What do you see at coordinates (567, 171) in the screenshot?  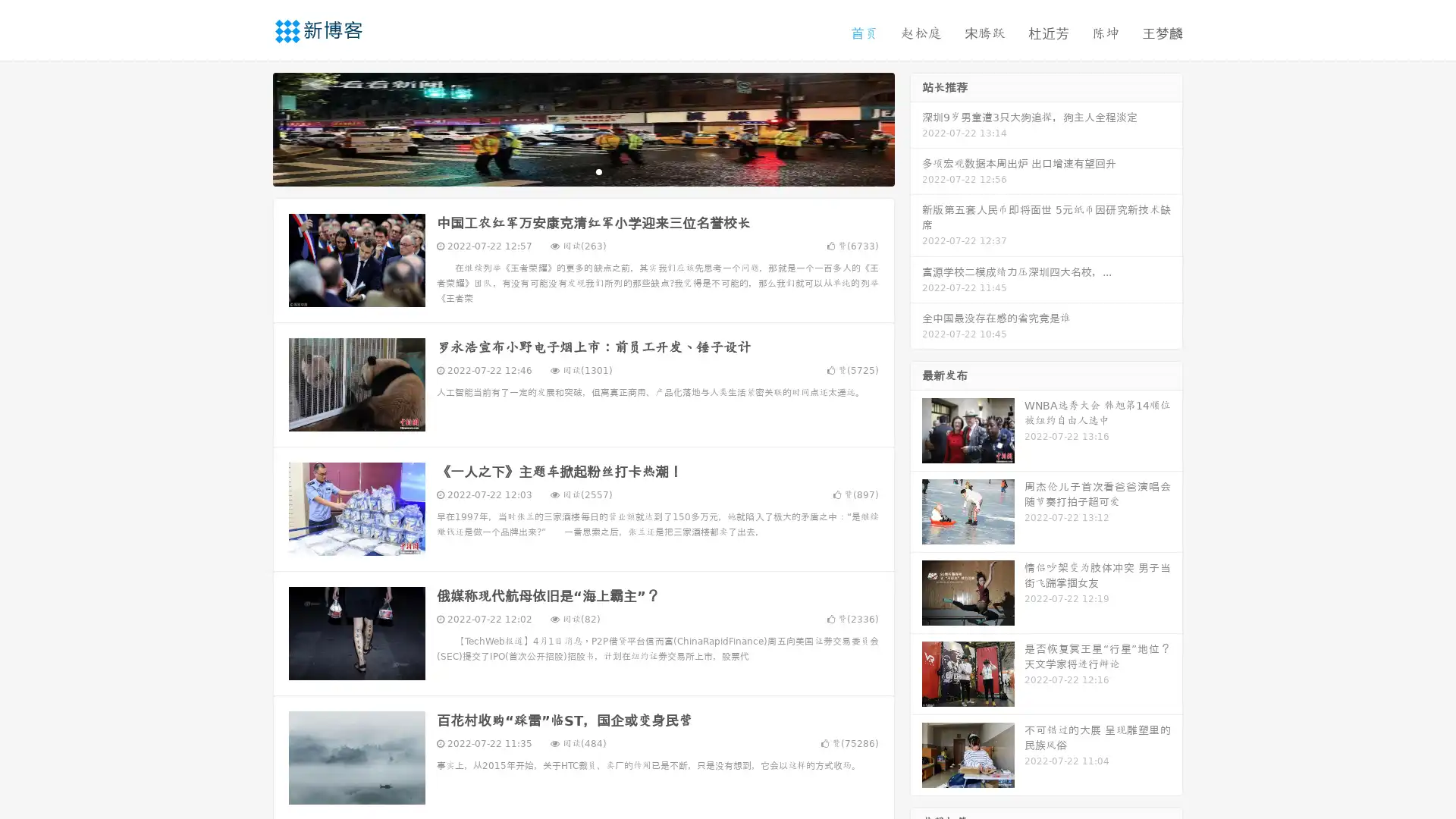 I see `Go to slide 1` at bounding box center [567, 171].